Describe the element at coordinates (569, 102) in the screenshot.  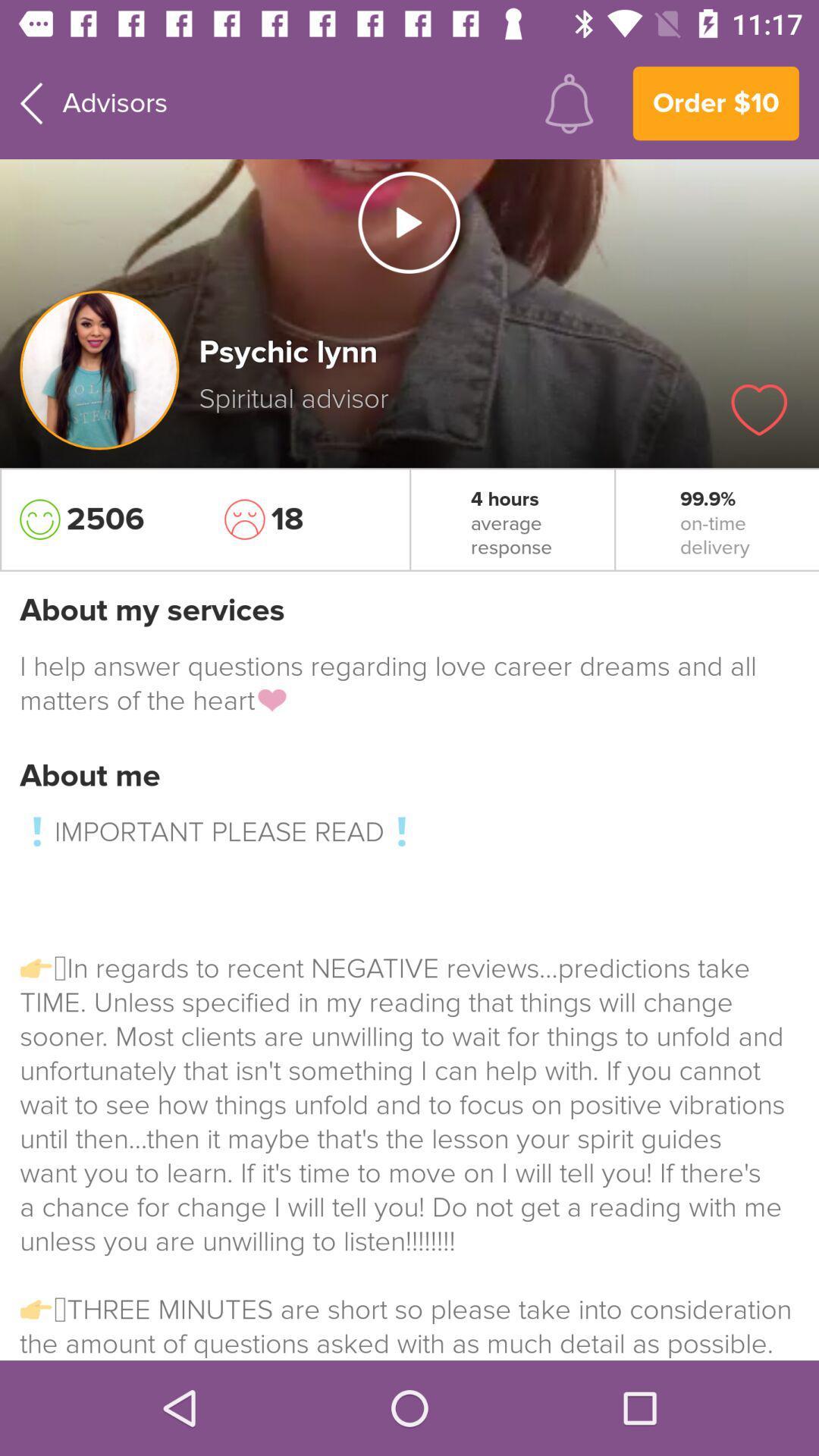
I see `notifications` at that location.